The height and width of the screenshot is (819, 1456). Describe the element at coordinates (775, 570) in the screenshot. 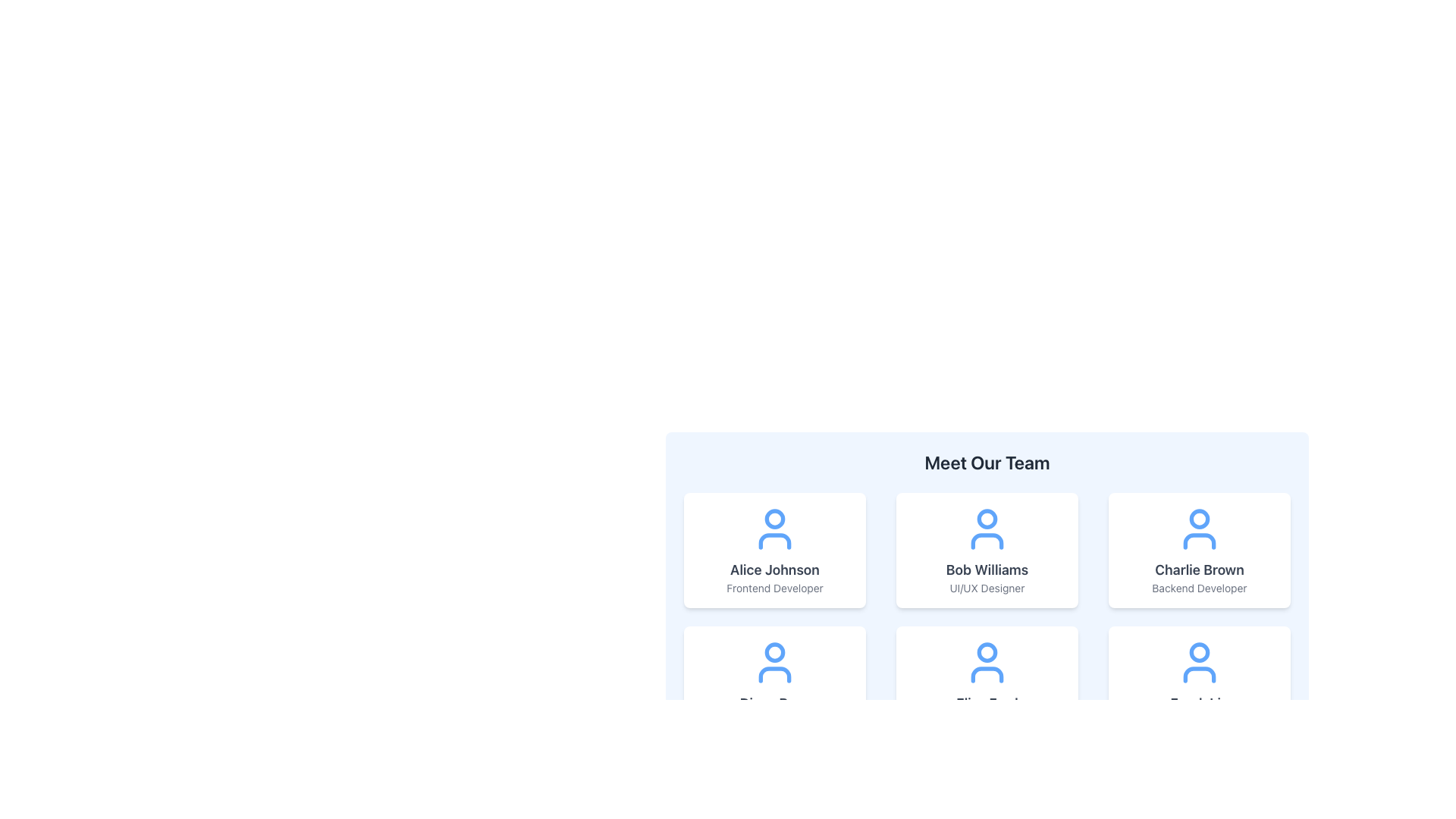

I see `the text label displaying 'Alice Johnson'` at that location.